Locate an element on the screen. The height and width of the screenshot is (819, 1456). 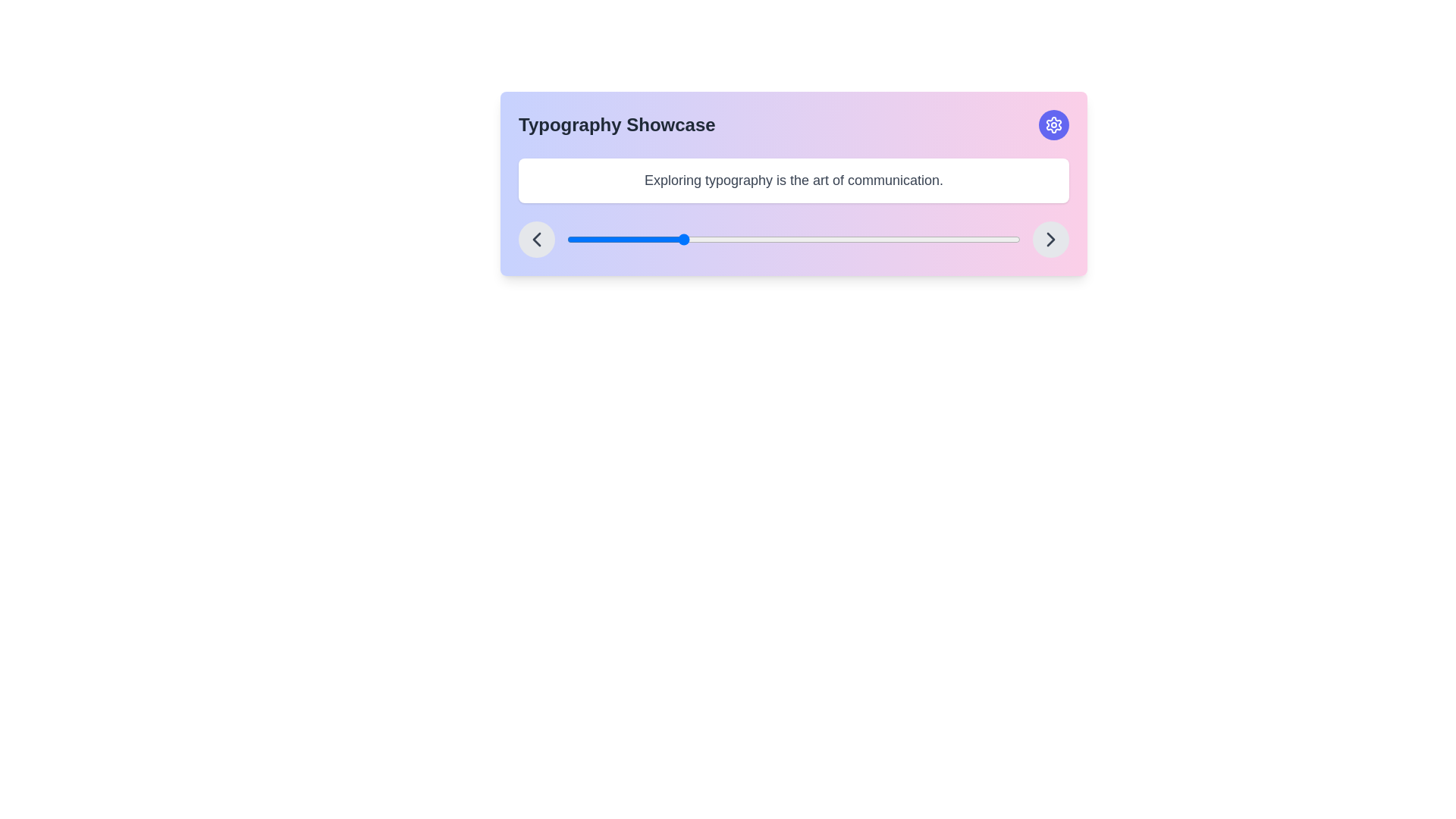
the label containing the text 'Exploring typography is the art of communication.' which has a white background, rounded corners, and is located beneath the title 'Typography Showcase' is located at coordinates (792, 180).